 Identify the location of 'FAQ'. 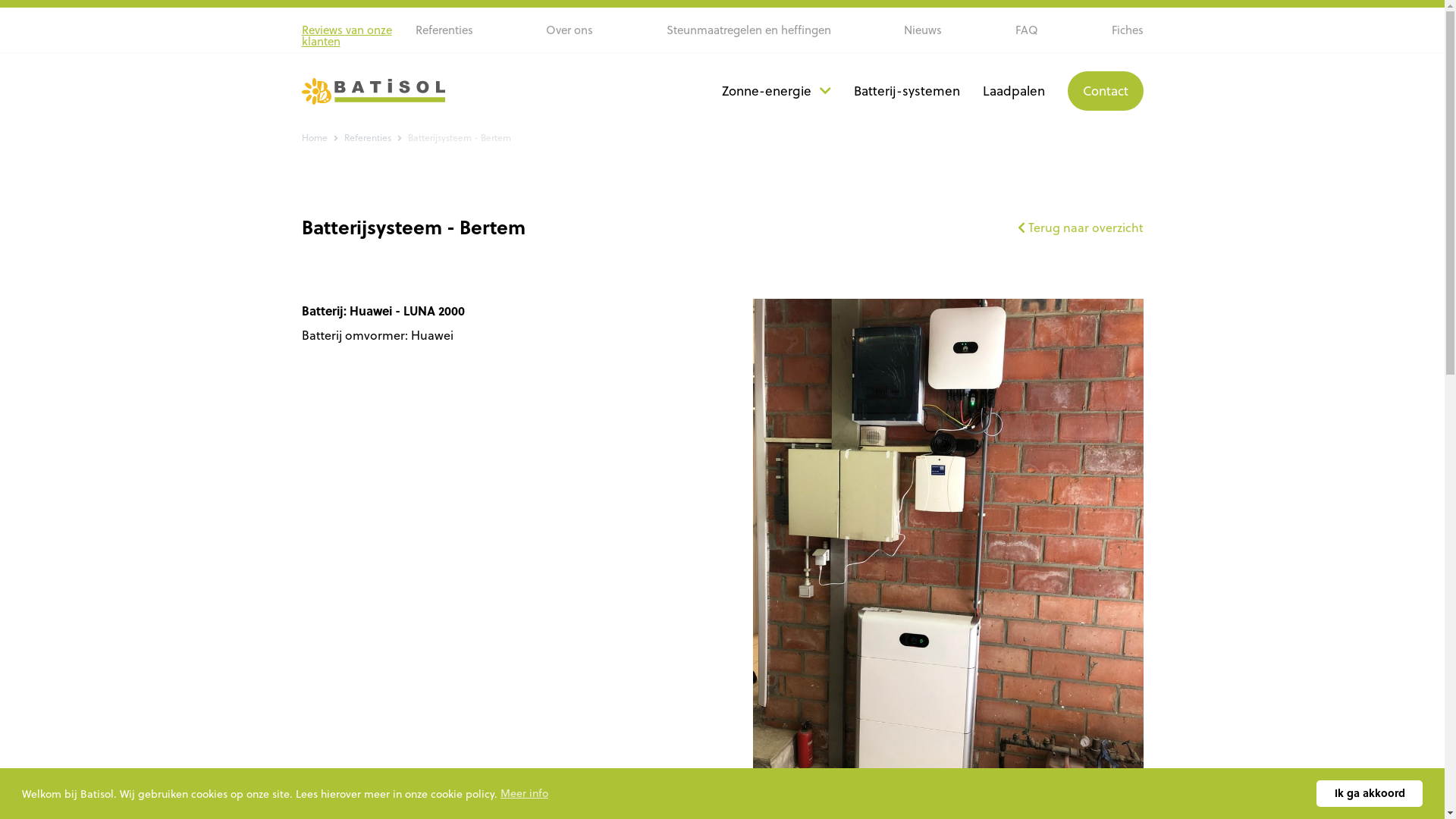
(1026, 30).